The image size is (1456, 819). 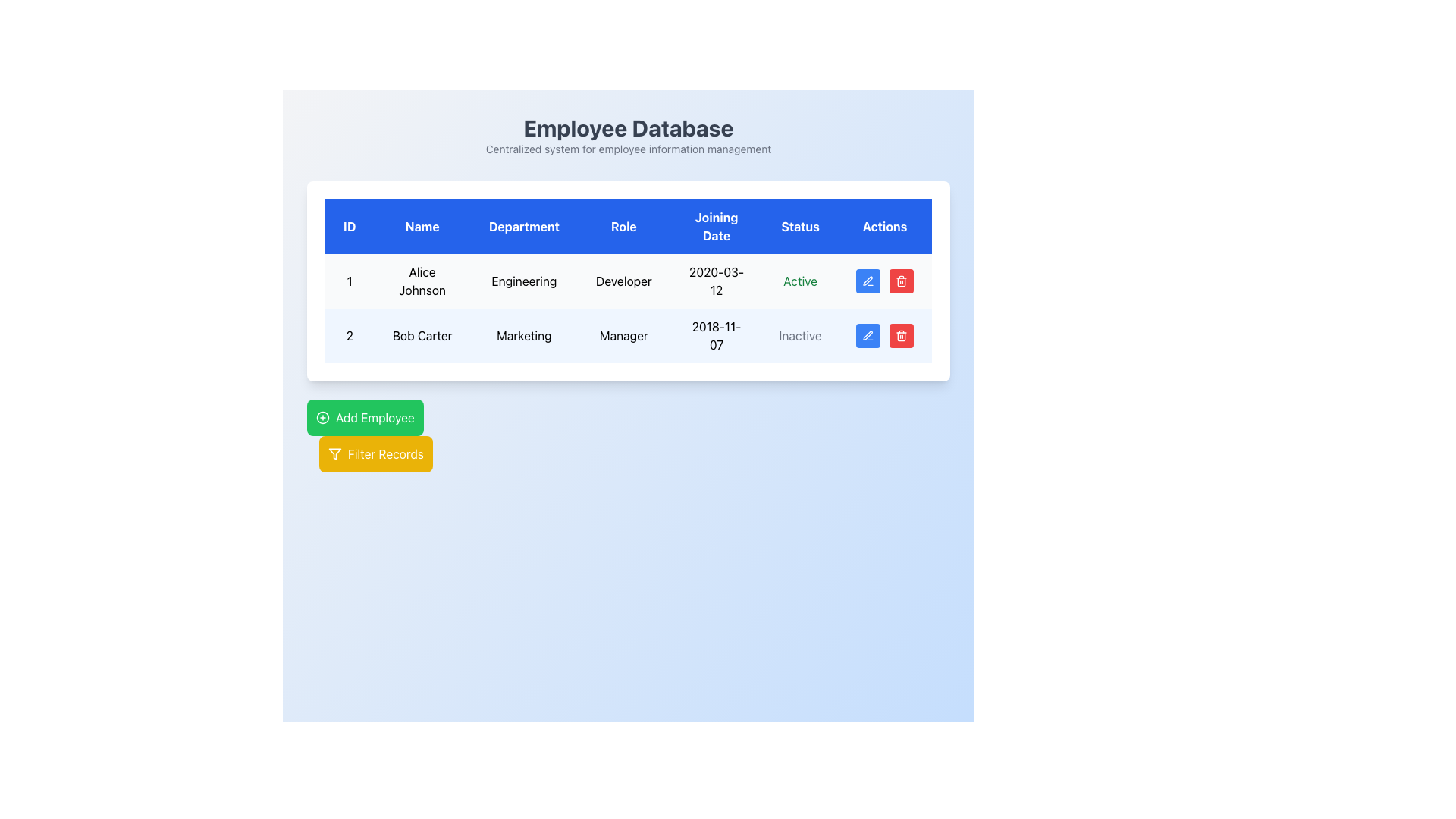 I want to click on the trash bin icon within the red deletion button in the 'Actions' column, so click(x=902, y=281).